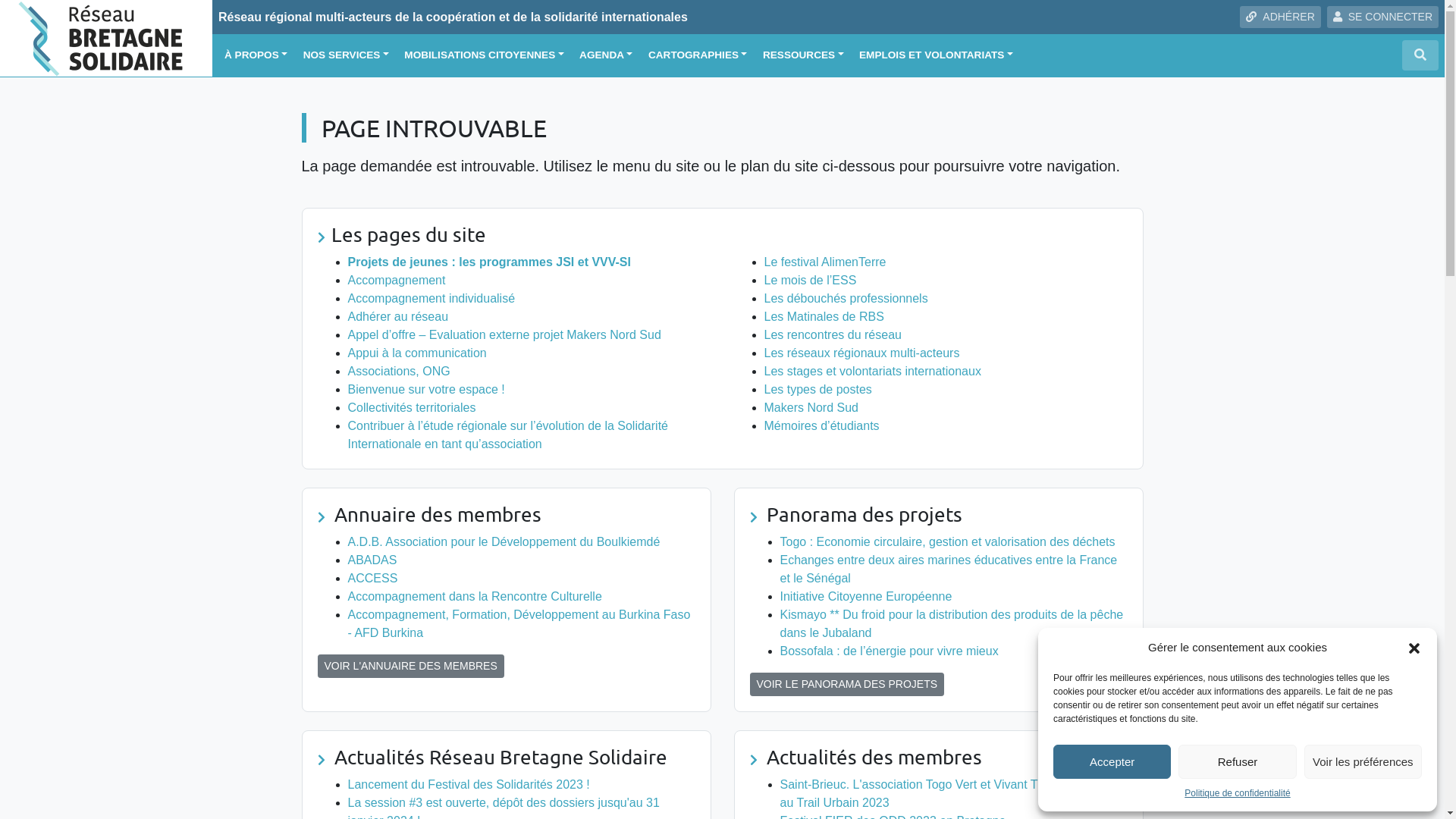  Describe the element at coordinates (1326, 17) in the screenshot. I see `'SE CONNECTER'` at that location.